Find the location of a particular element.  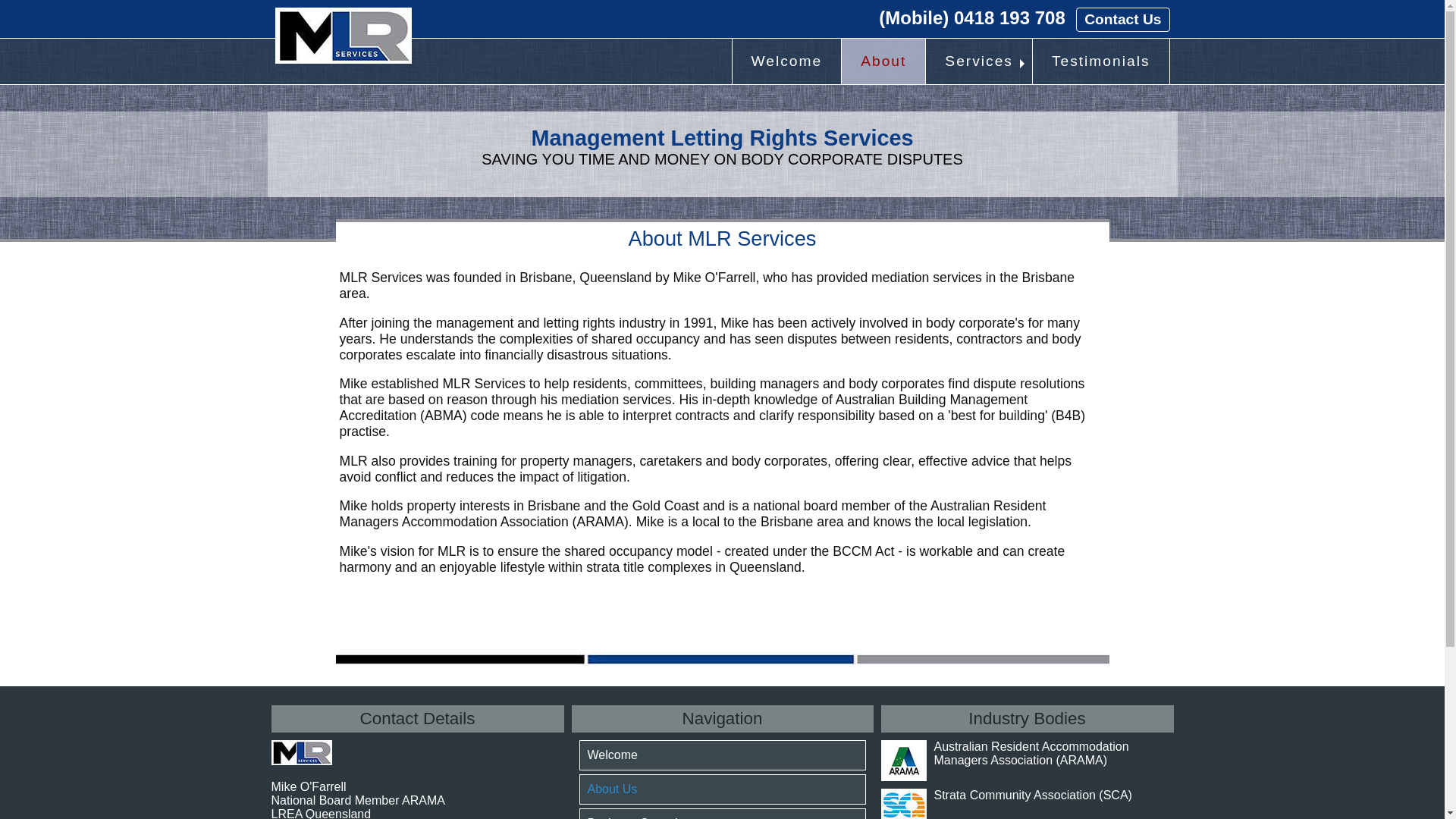

'Services' is located at coordinates (979, 61).